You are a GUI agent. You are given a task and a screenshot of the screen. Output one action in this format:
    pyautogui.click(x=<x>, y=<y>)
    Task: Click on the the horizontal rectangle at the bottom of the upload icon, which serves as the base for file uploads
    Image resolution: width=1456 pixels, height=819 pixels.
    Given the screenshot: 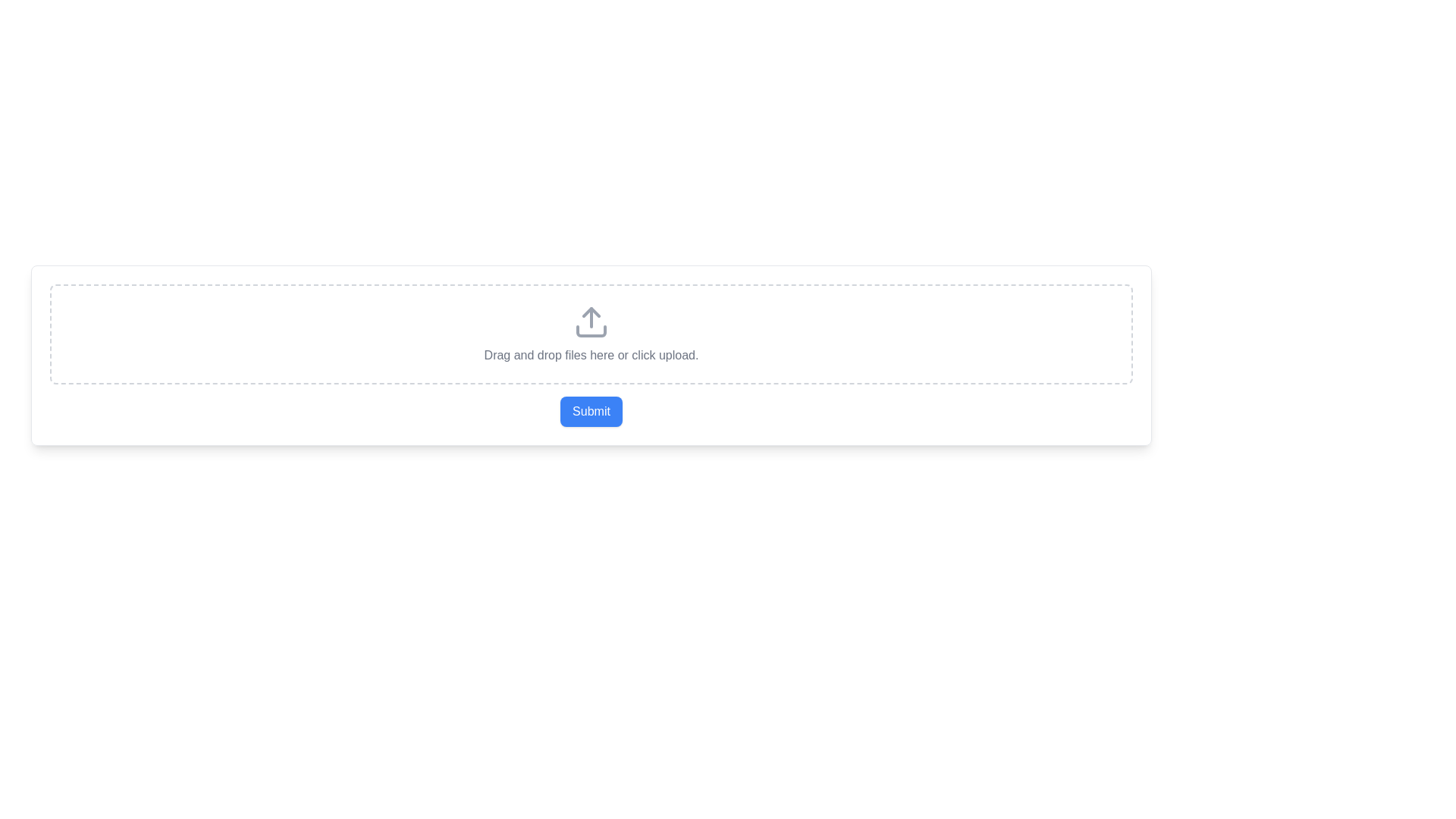 What is the action you would take?
    pyautogui.click(x=590, y=330)
    